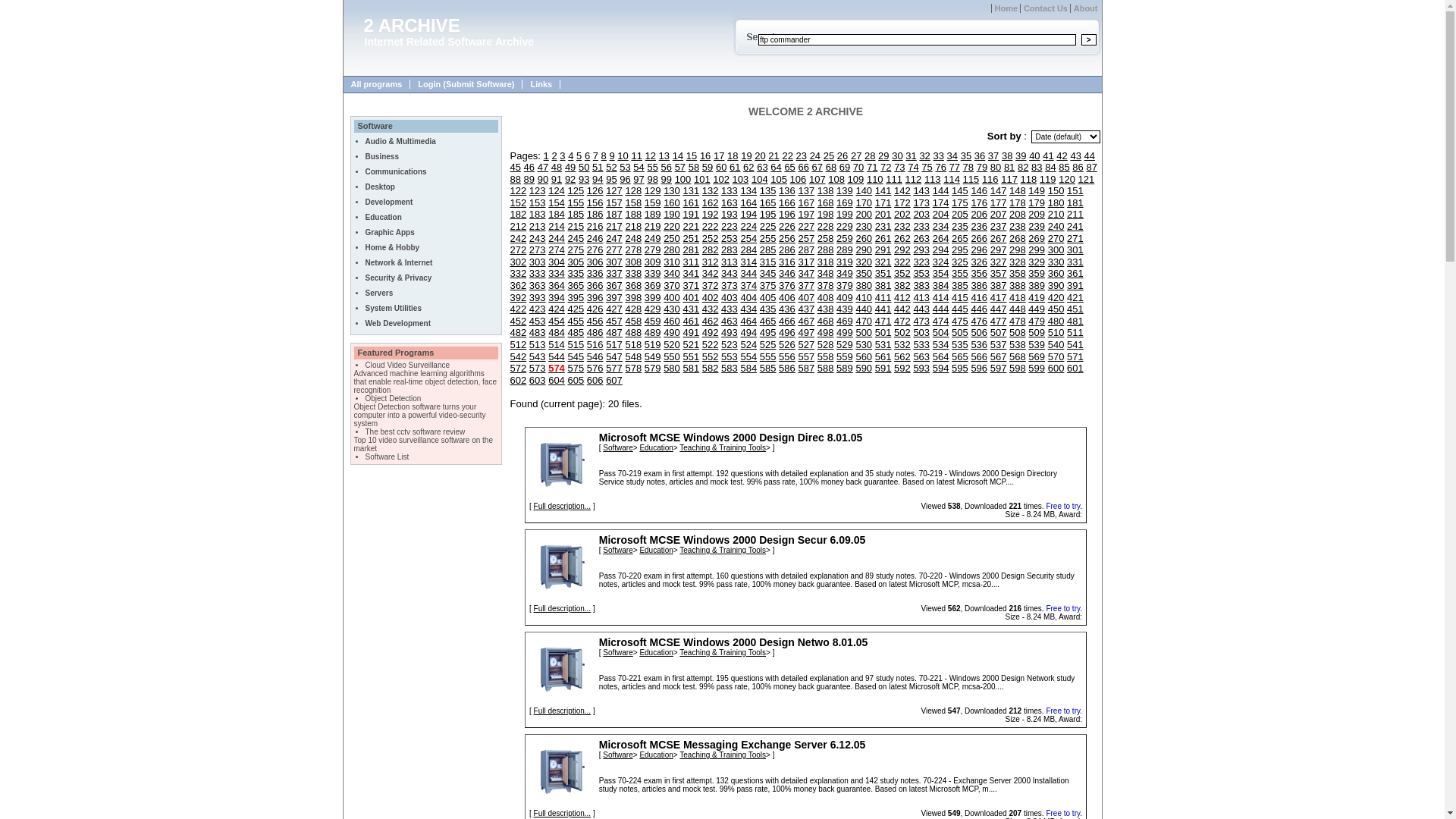 This screenshot has height=819, width=1456. I want to click on '50', so click(582, 167).